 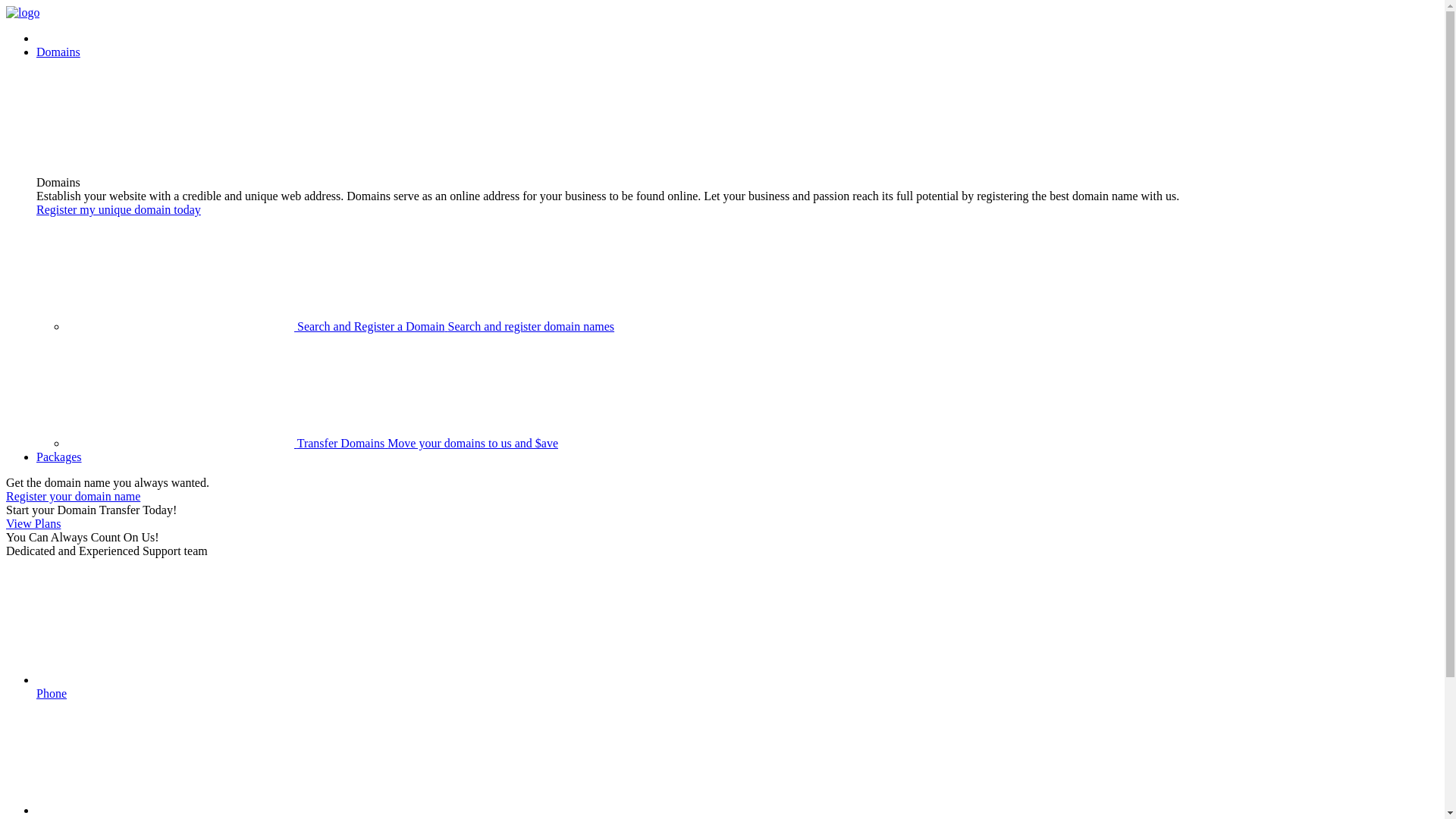 What do you see at coordinates (737, 635) in the screenshot?
I see `'Phone'` at bounding box center [737, 635].